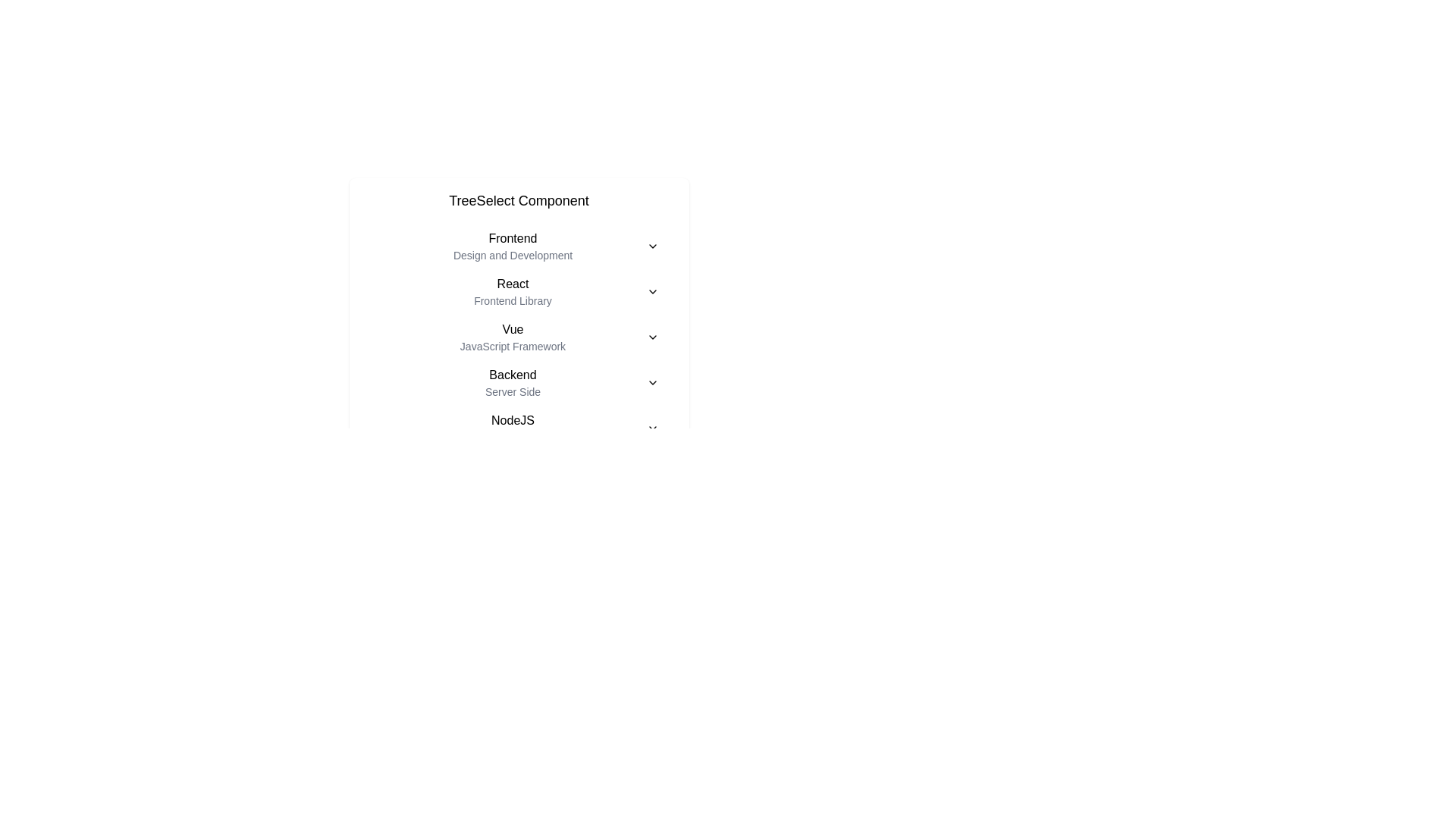 The image size is (1456, 819). What do you see at coordinates (519, 428) in the screenshot?
I see `the interactive list item located under the 'Backend' section heading` at bounding box center [519, 428].